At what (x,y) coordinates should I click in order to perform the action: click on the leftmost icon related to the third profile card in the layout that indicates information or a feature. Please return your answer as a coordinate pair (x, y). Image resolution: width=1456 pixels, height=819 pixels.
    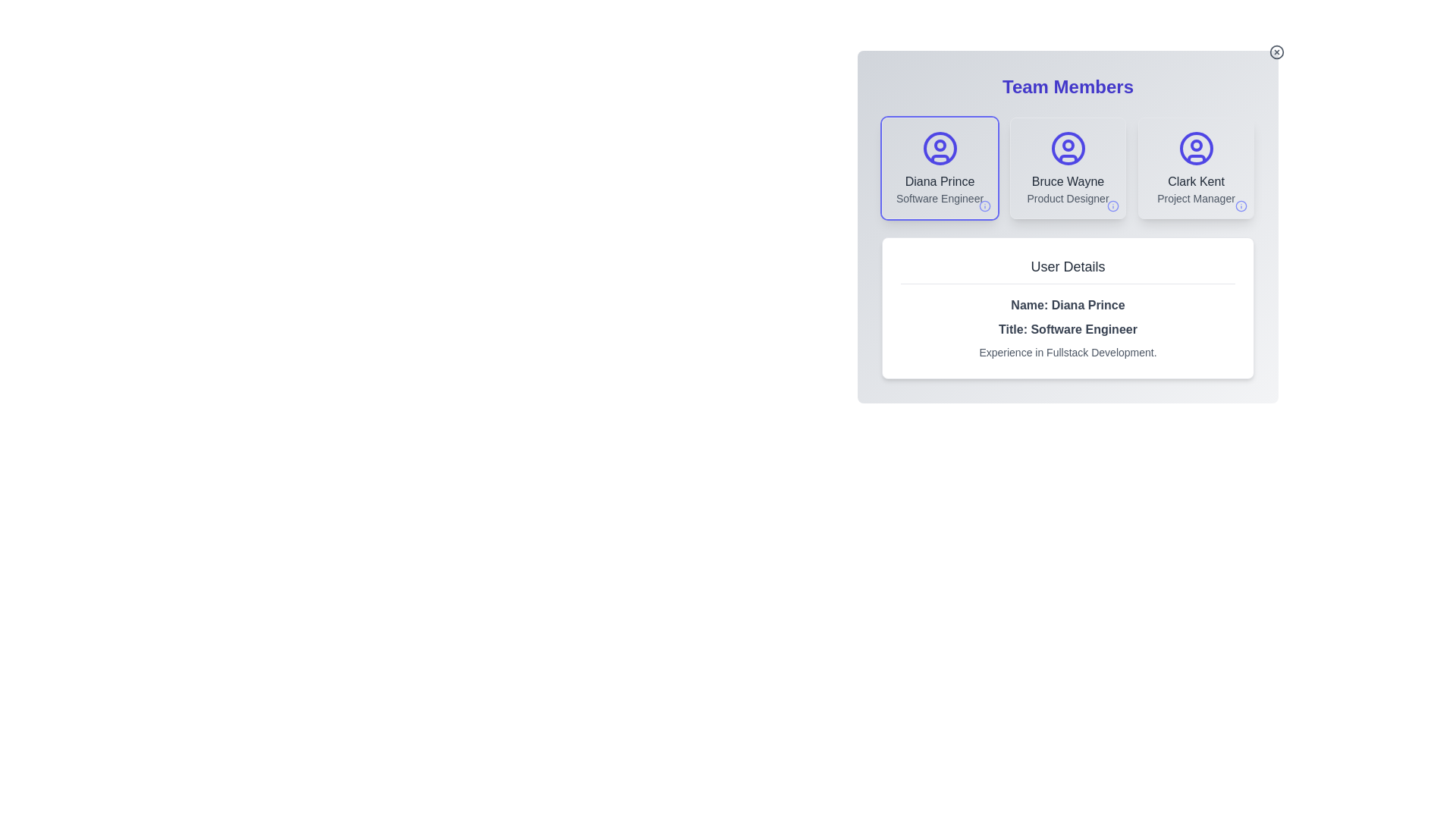
    Looking at the image, I should click on (1241, 206).